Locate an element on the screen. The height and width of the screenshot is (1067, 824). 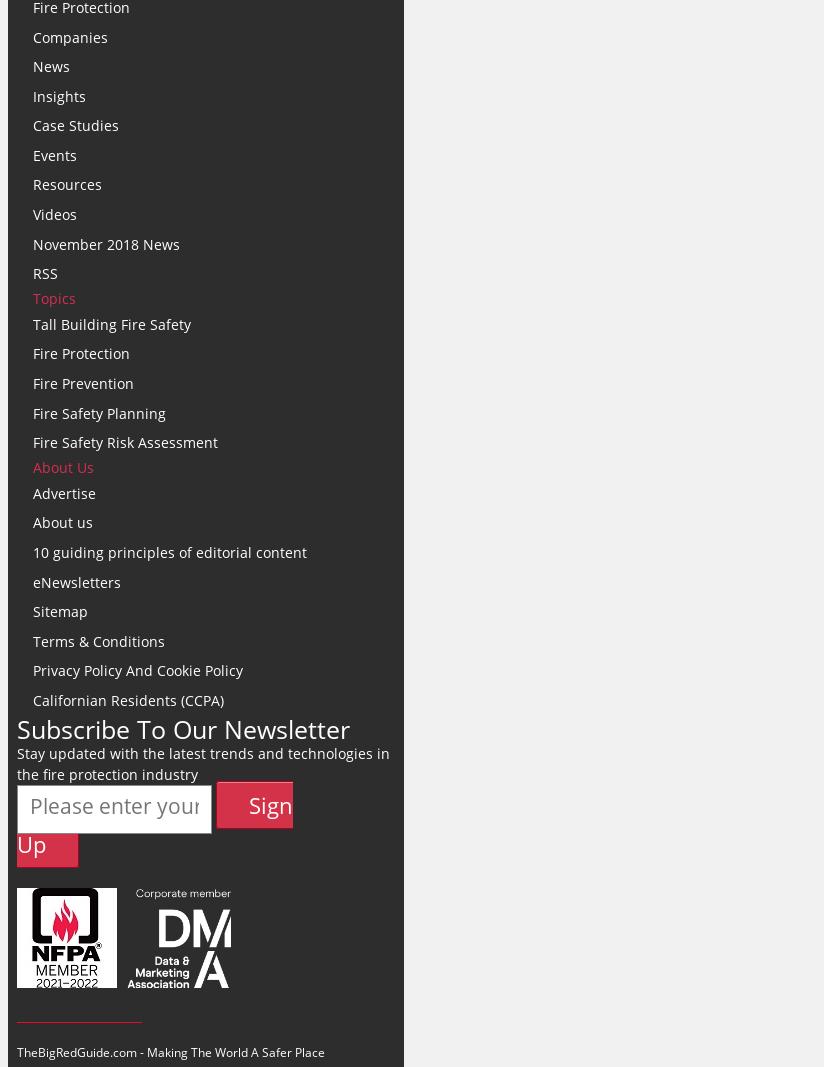
'About  us' is located at coordinates (63, 466).